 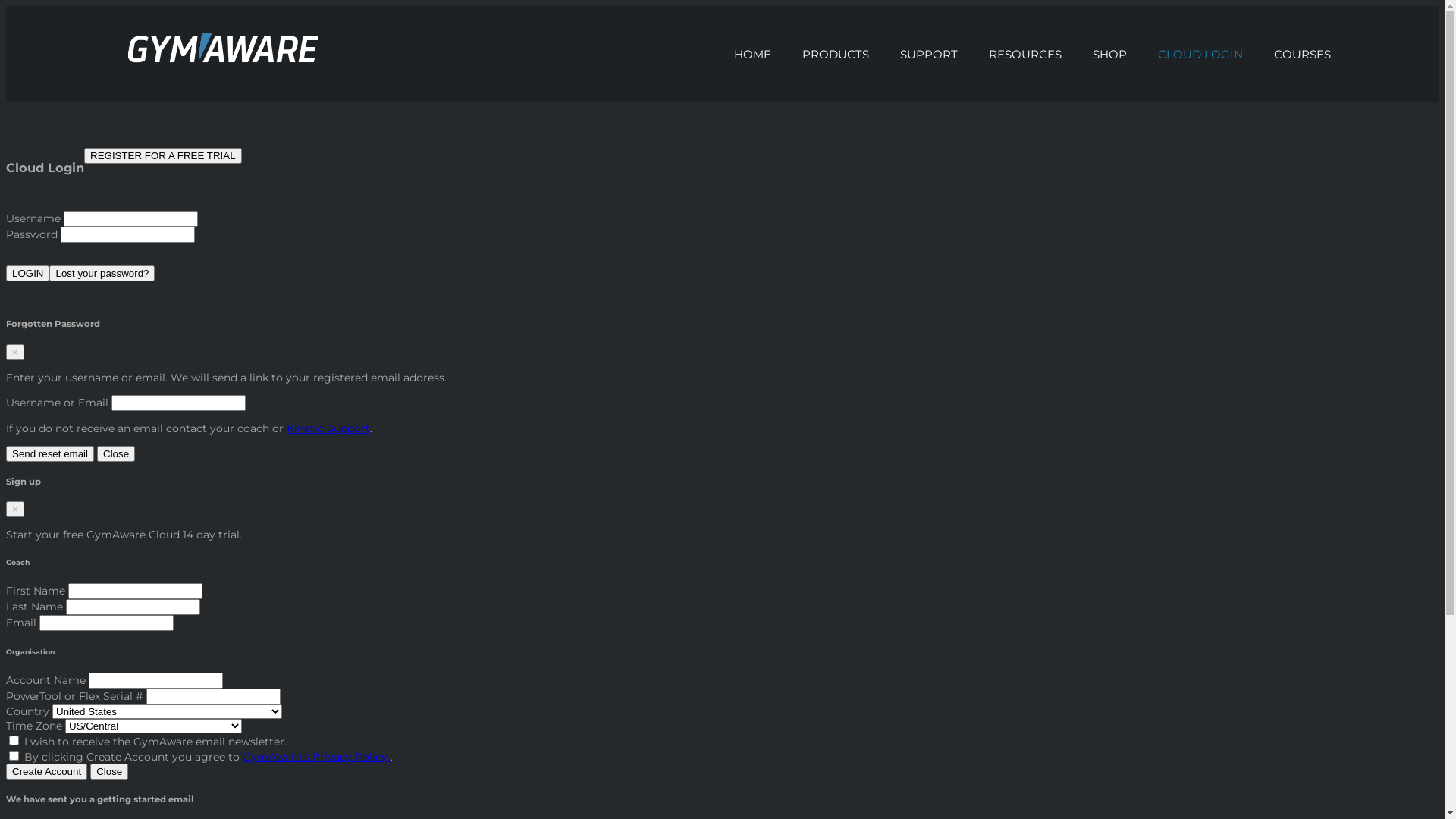 What do you see at coordinates (1302, 53) in the screenshot?
I see `'COURSES'` at bounding box center [1302, 53].